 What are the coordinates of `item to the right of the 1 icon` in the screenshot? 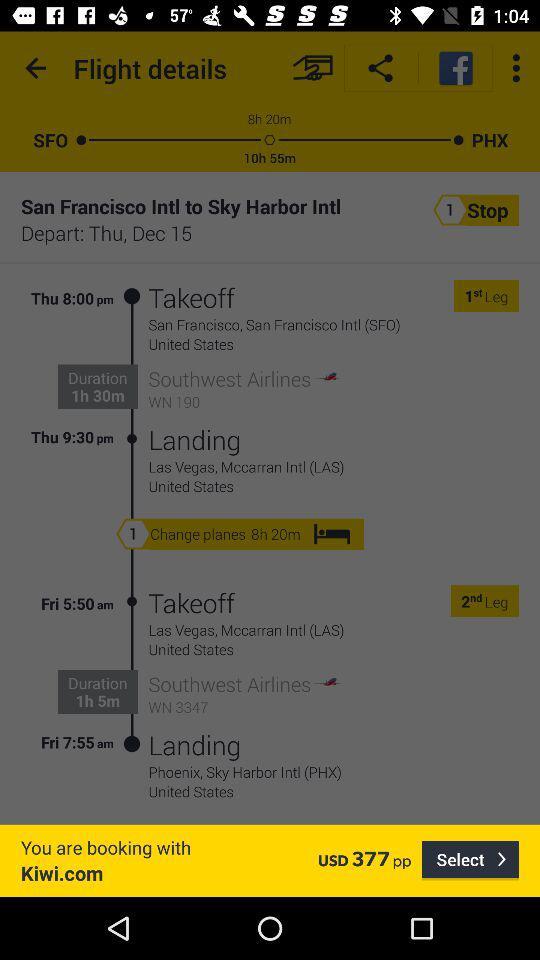 It's located at (476, 295).